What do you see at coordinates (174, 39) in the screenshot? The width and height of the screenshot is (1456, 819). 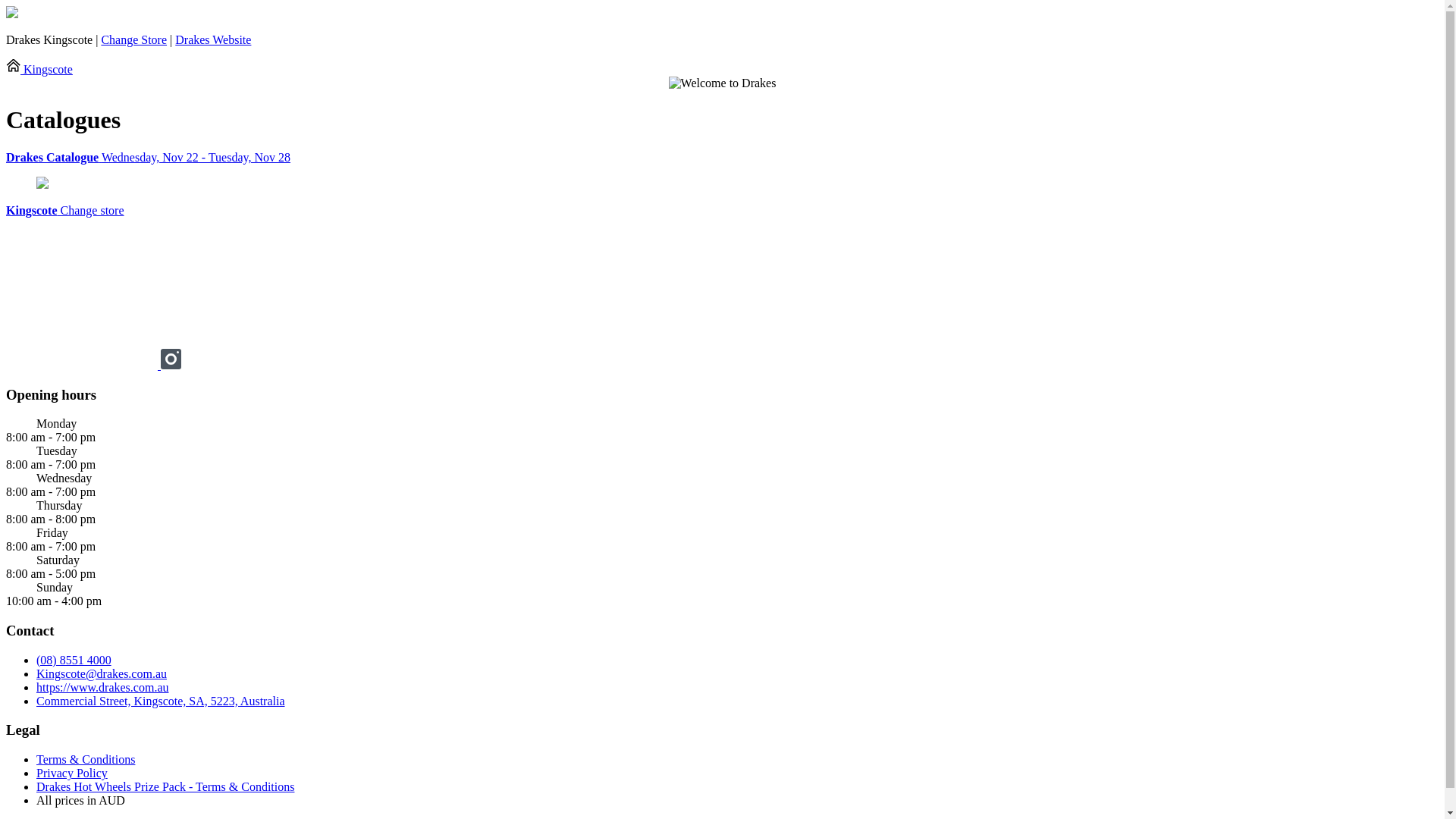 I see `'Drakes Website'` at bounding box center [174, 39].